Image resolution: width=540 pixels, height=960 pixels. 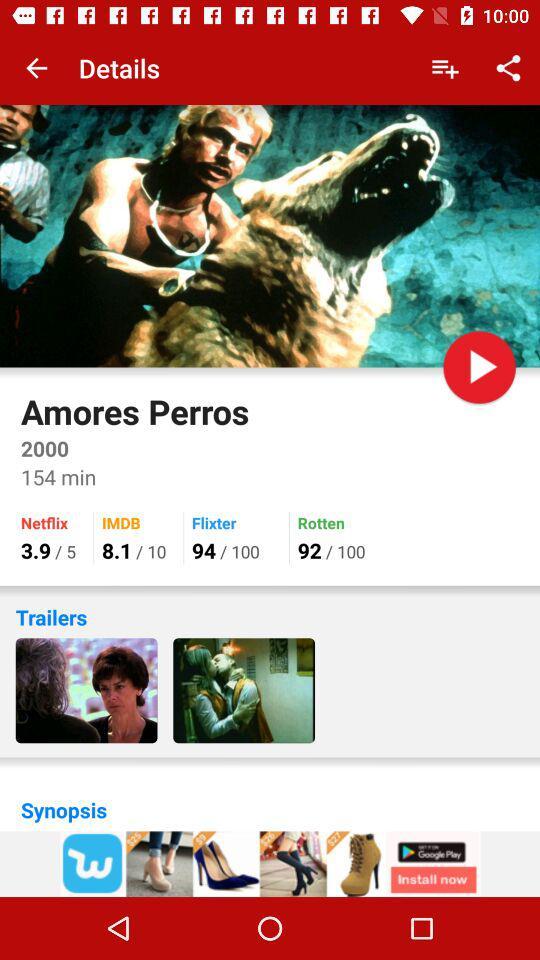 I want to click on option, so click(x=478, y=366).